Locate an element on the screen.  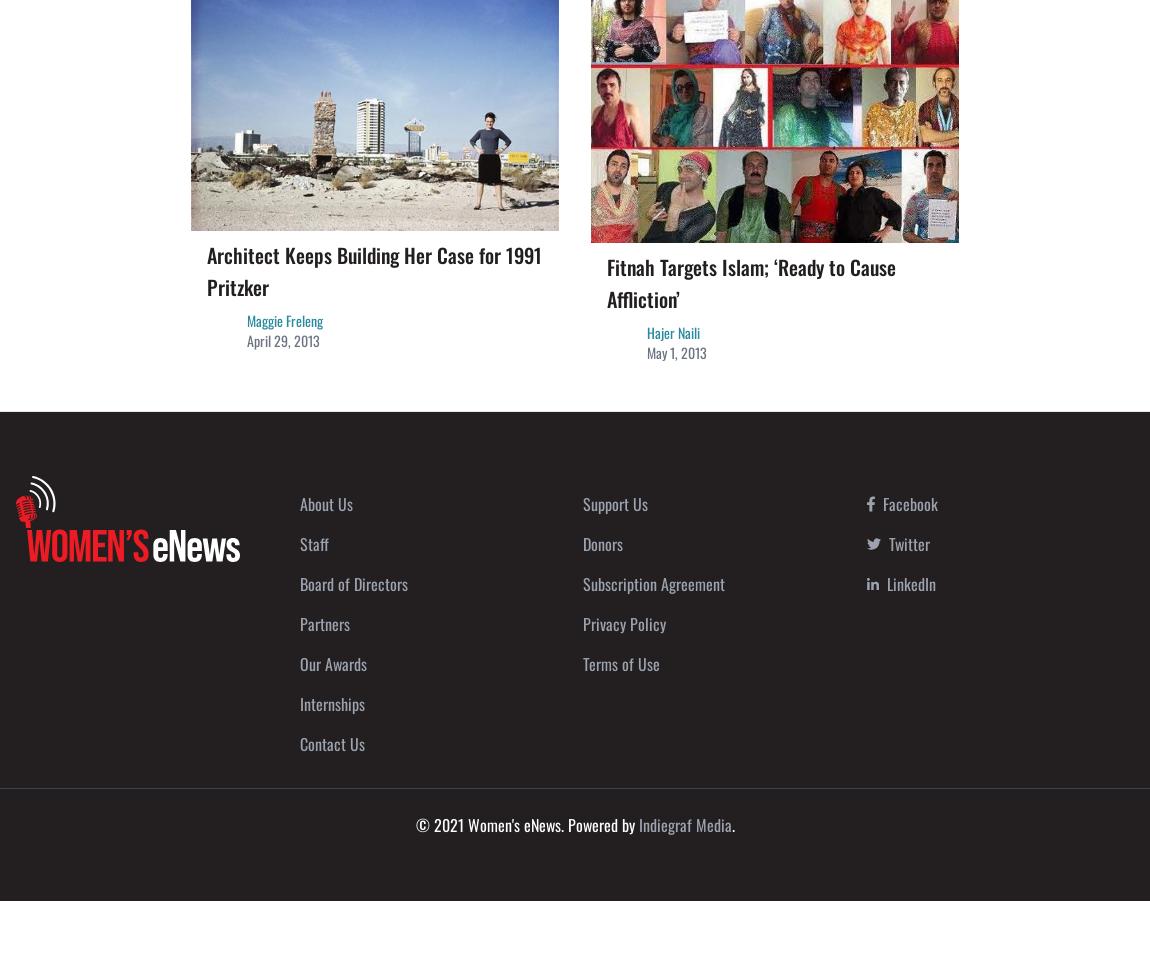
'April 29, 2013' is located at coordinates (282, 339).